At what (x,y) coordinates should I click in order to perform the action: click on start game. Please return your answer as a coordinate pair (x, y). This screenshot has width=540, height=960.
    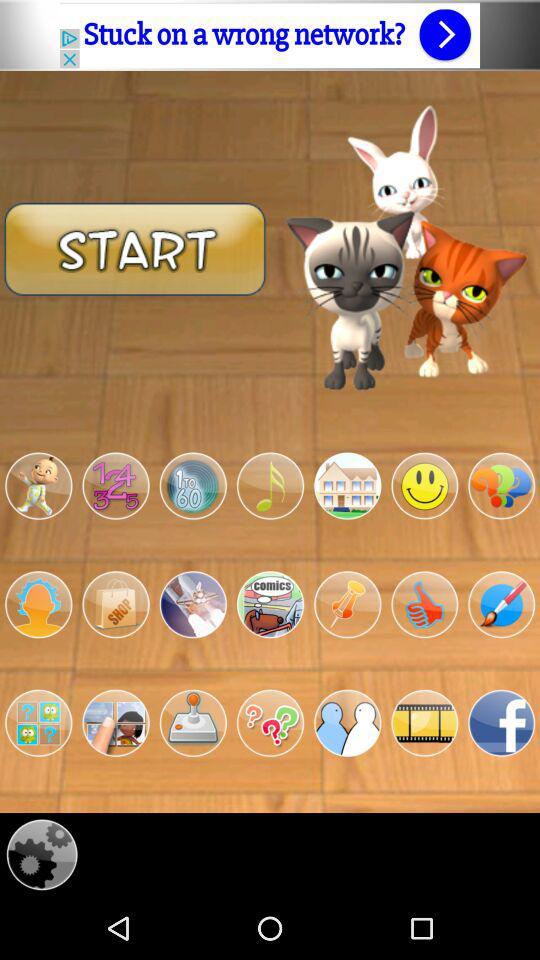
    Looking at the image, I should click on (135, 247).